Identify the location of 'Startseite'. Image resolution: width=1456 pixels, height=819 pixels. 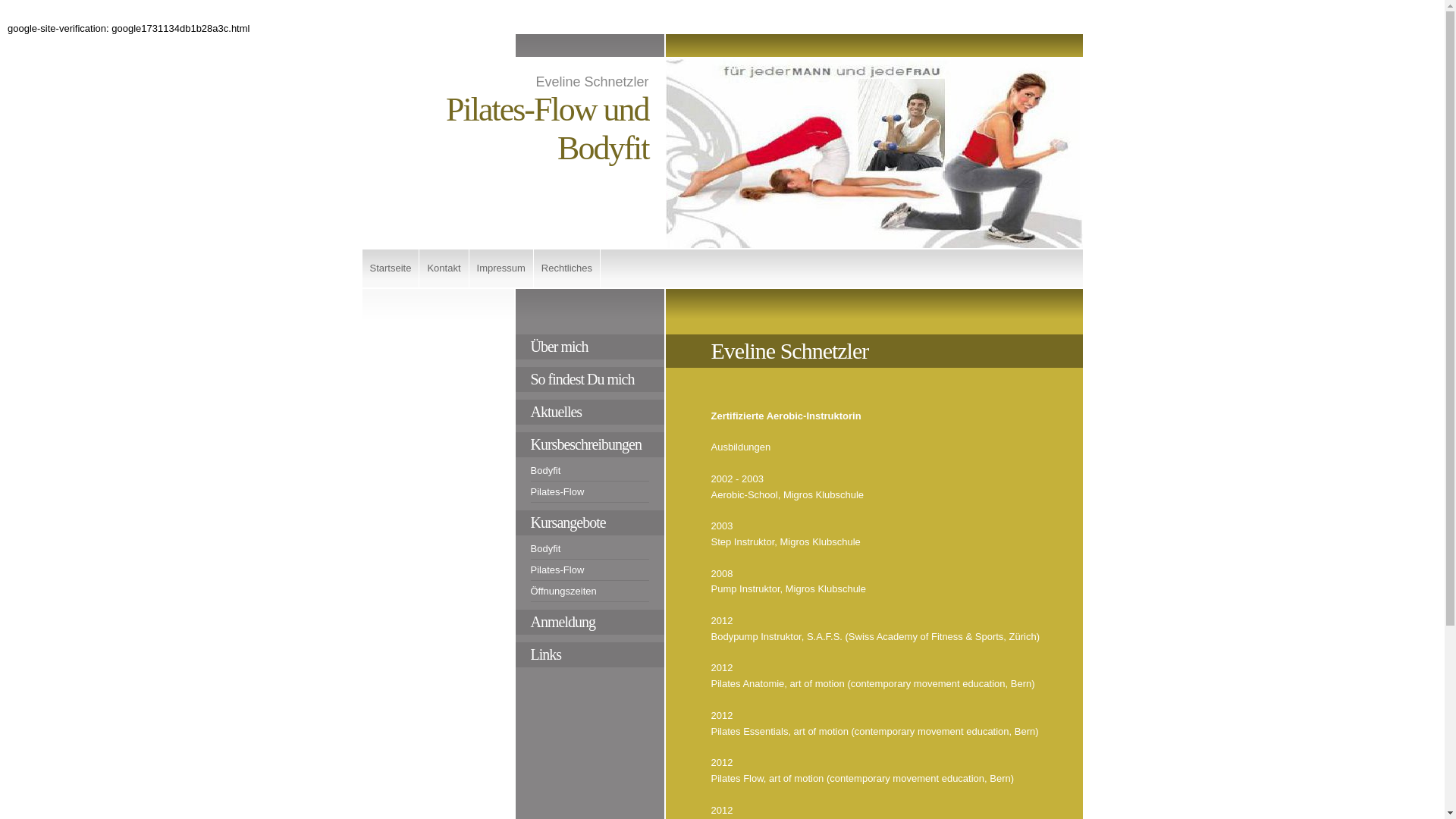
(391, 268).